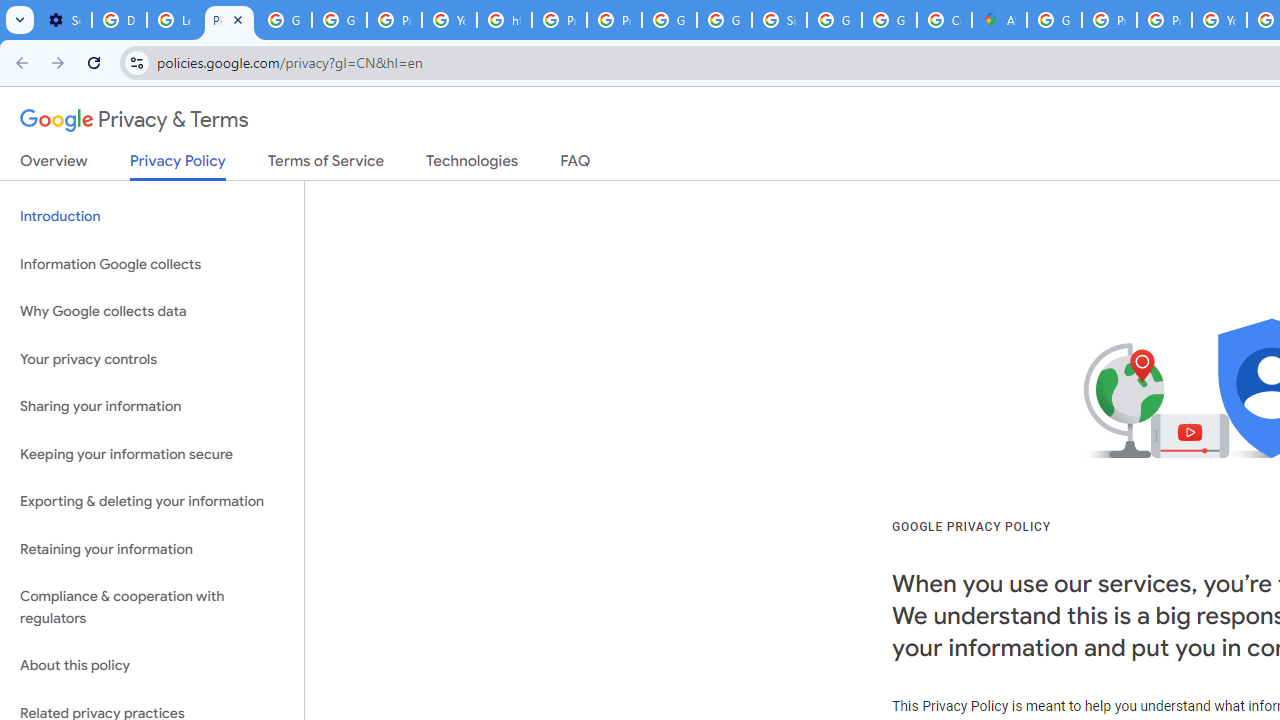 Image resolution: width=1280 pixels, height=720 pixels. I want to click on 'https://scholar.google.com/', so click(504, 20).